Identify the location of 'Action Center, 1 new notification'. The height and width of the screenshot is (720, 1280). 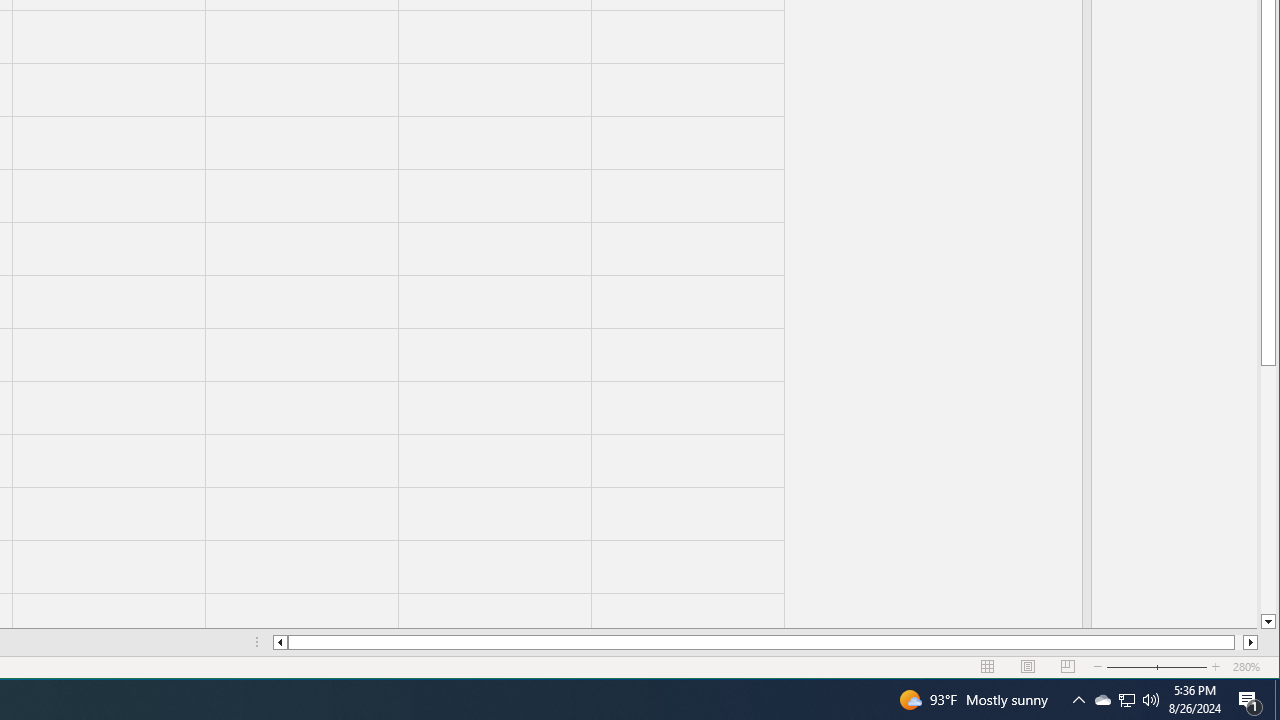
(1250, 698).